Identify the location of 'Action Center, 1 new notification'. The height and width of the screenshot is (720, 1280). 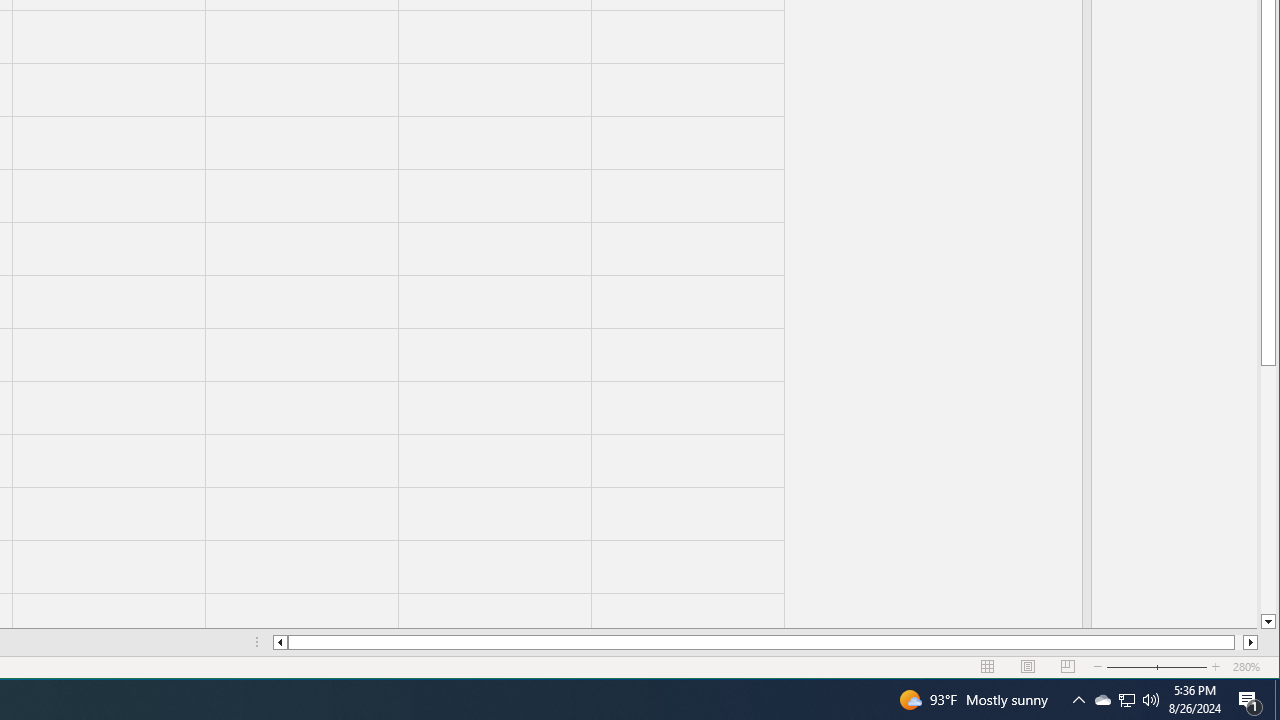
(1250, 698).